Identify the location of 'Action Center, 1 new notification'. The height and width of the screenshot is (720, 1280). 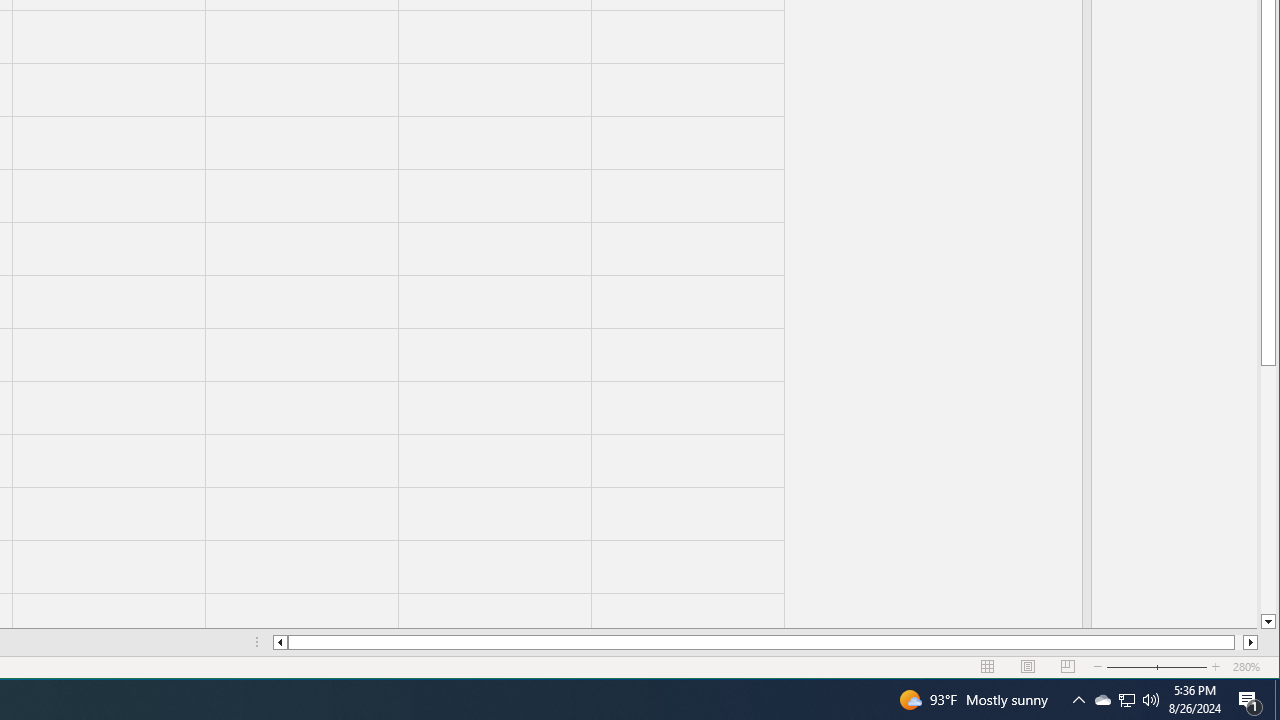
(1250, 698).